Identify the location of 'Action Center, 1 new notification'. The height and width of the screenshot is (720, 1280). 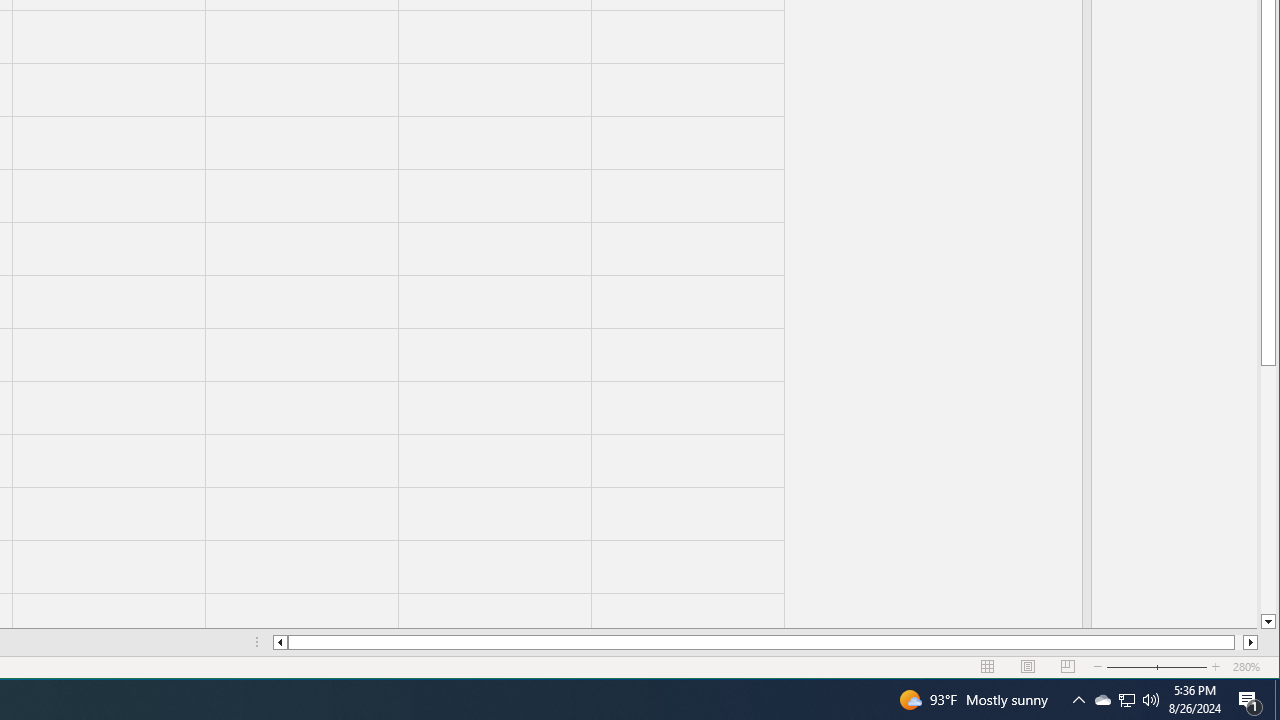
(1250, 698).